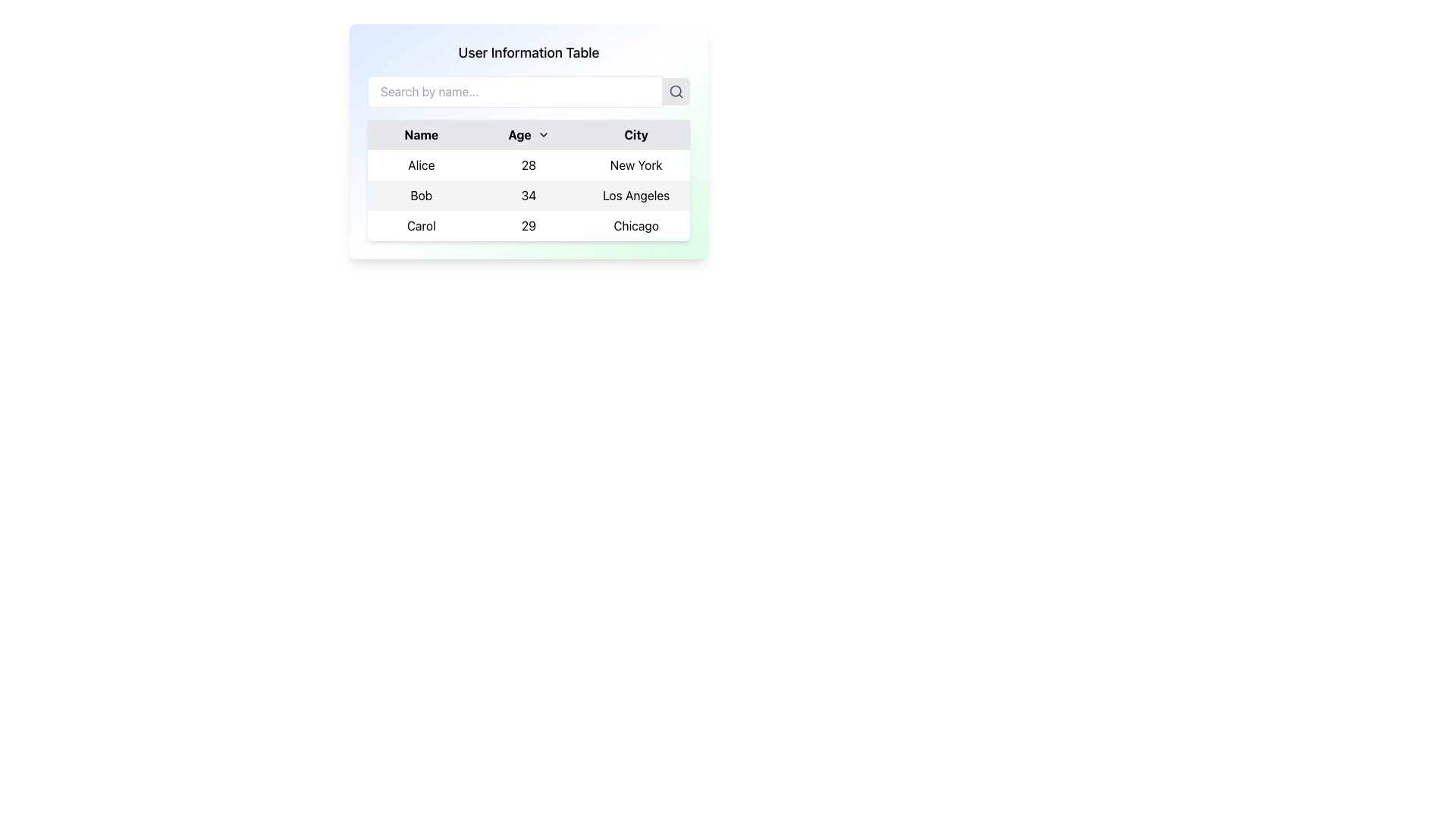  What do you see at coordinates (529, 195) in the screenshot?
I see `the second row of the 'User Information Table'` at bounding box center [529, 195].